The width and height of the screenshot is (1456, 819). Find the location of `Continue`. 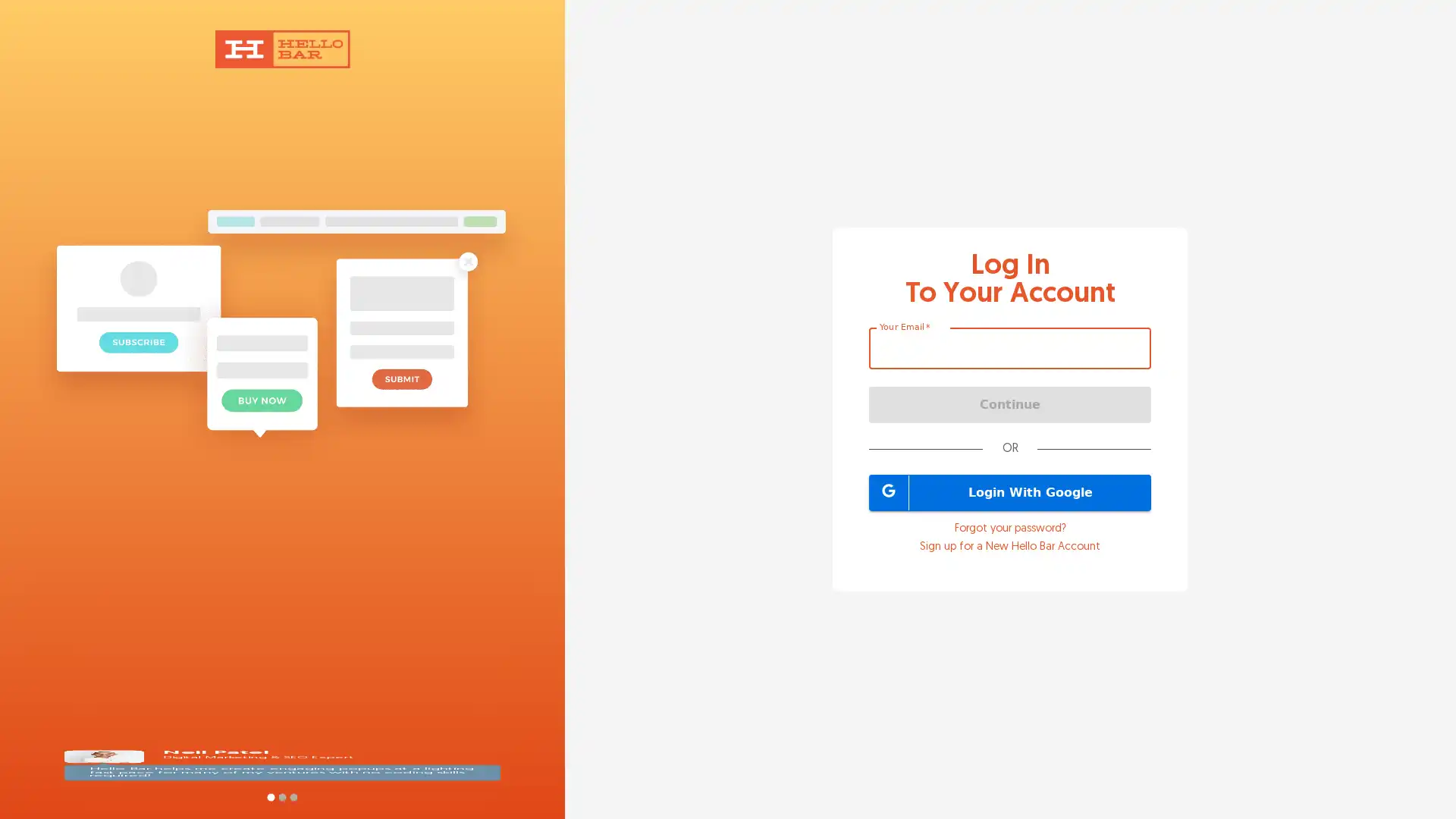

Continue is located at coordinates (1010, 403).